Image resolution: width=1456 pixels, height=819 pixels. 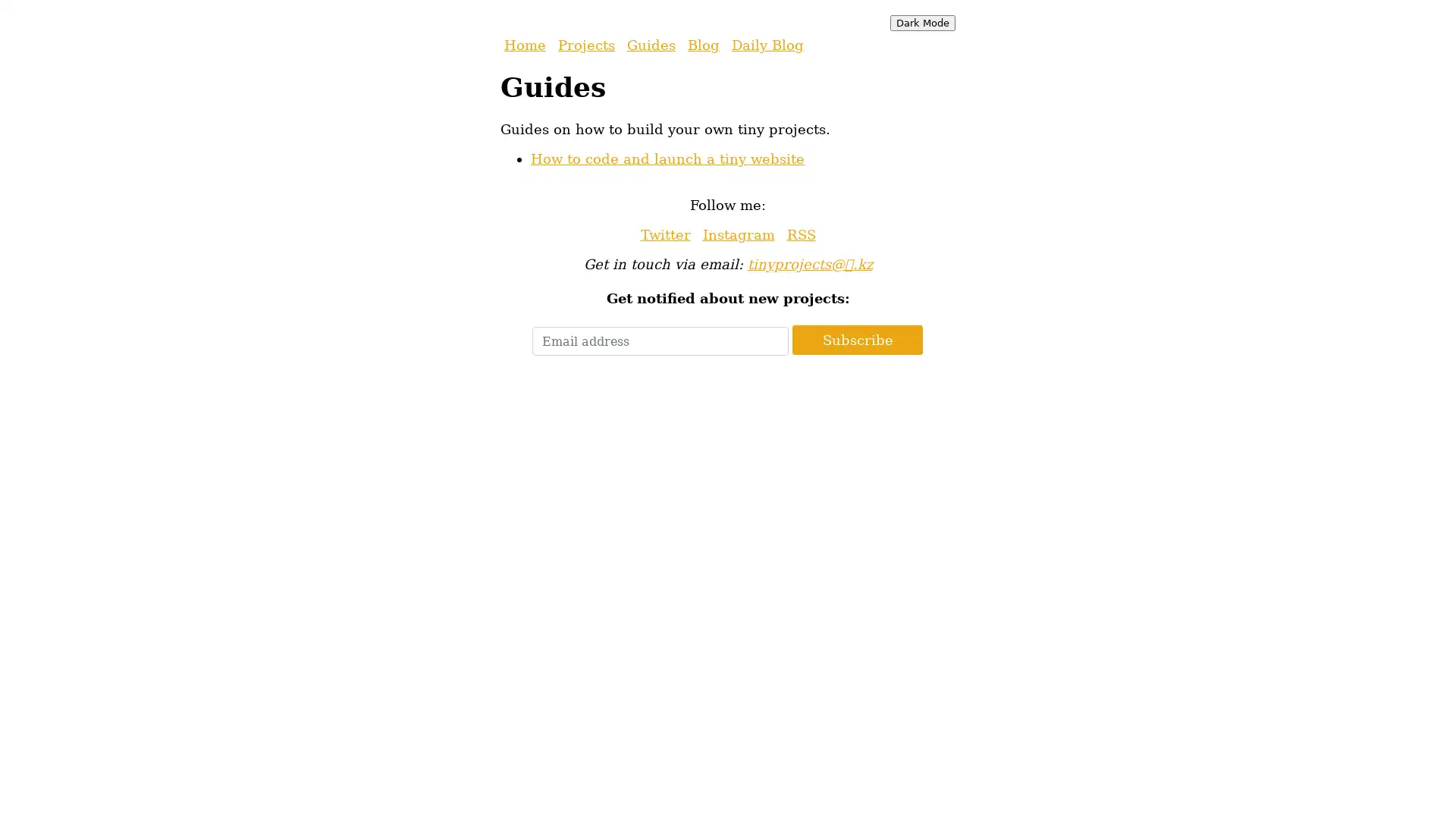 I want to click on Dark Mode, so click(x=922, y=23).